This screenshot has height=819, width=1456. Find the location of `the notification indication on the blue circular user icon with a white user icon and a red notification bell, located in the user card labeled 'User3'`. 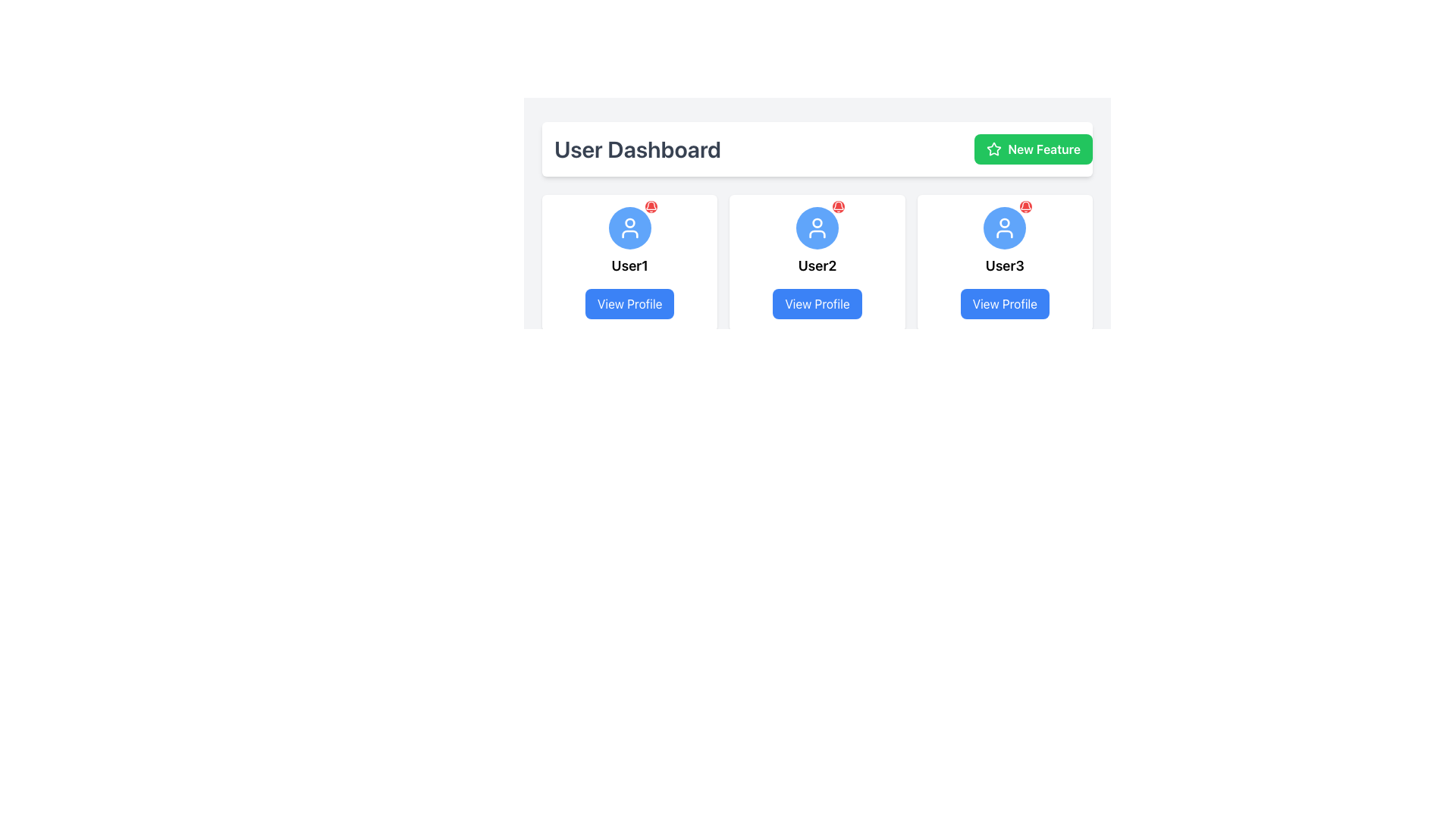

the notification indication on the blue circular user icon with a white user icon and a red notification bell, located in the user card labeled 'User3' is located at coordinates (1005, 227).